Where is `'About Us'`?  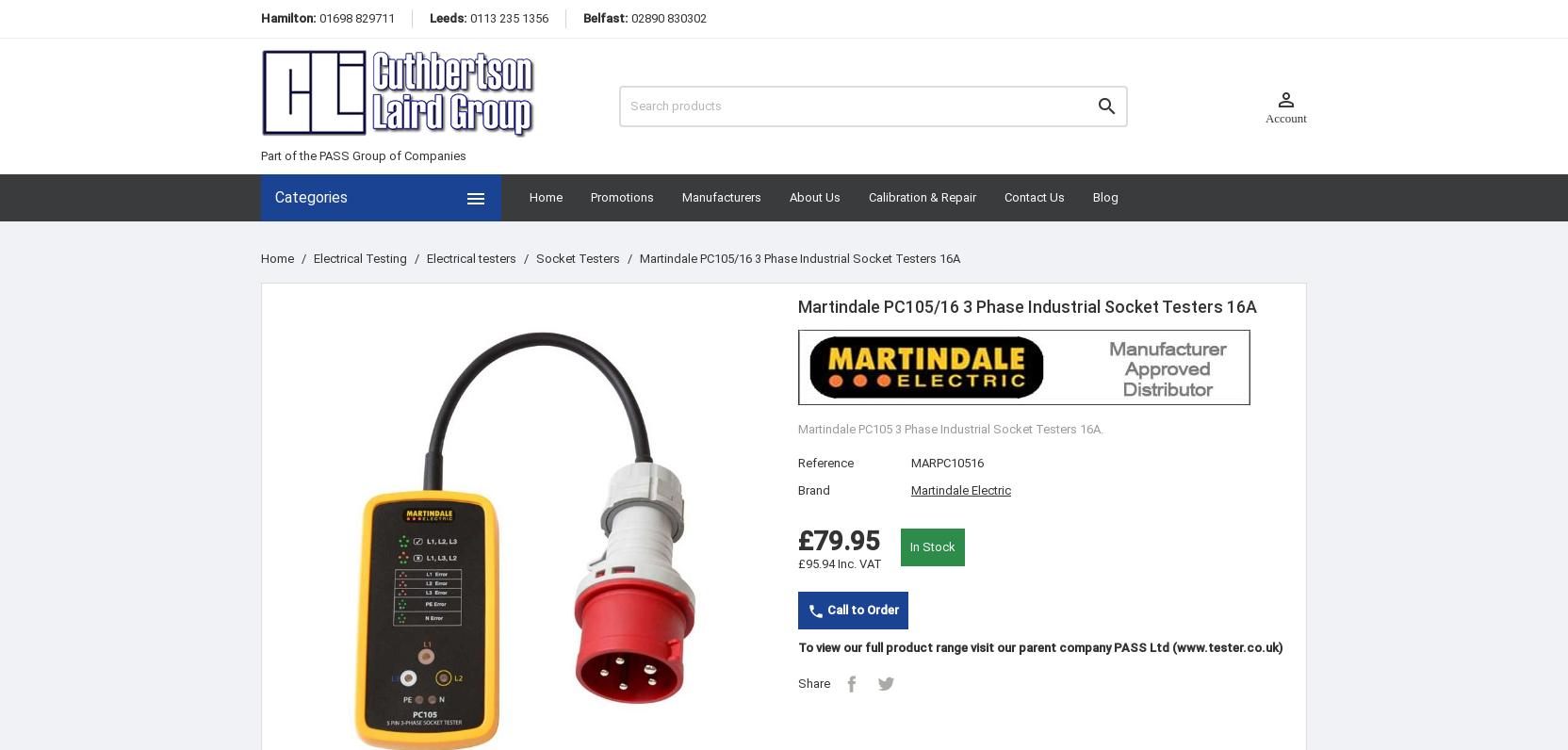
'About Us' is located at coordinates (813, 196).